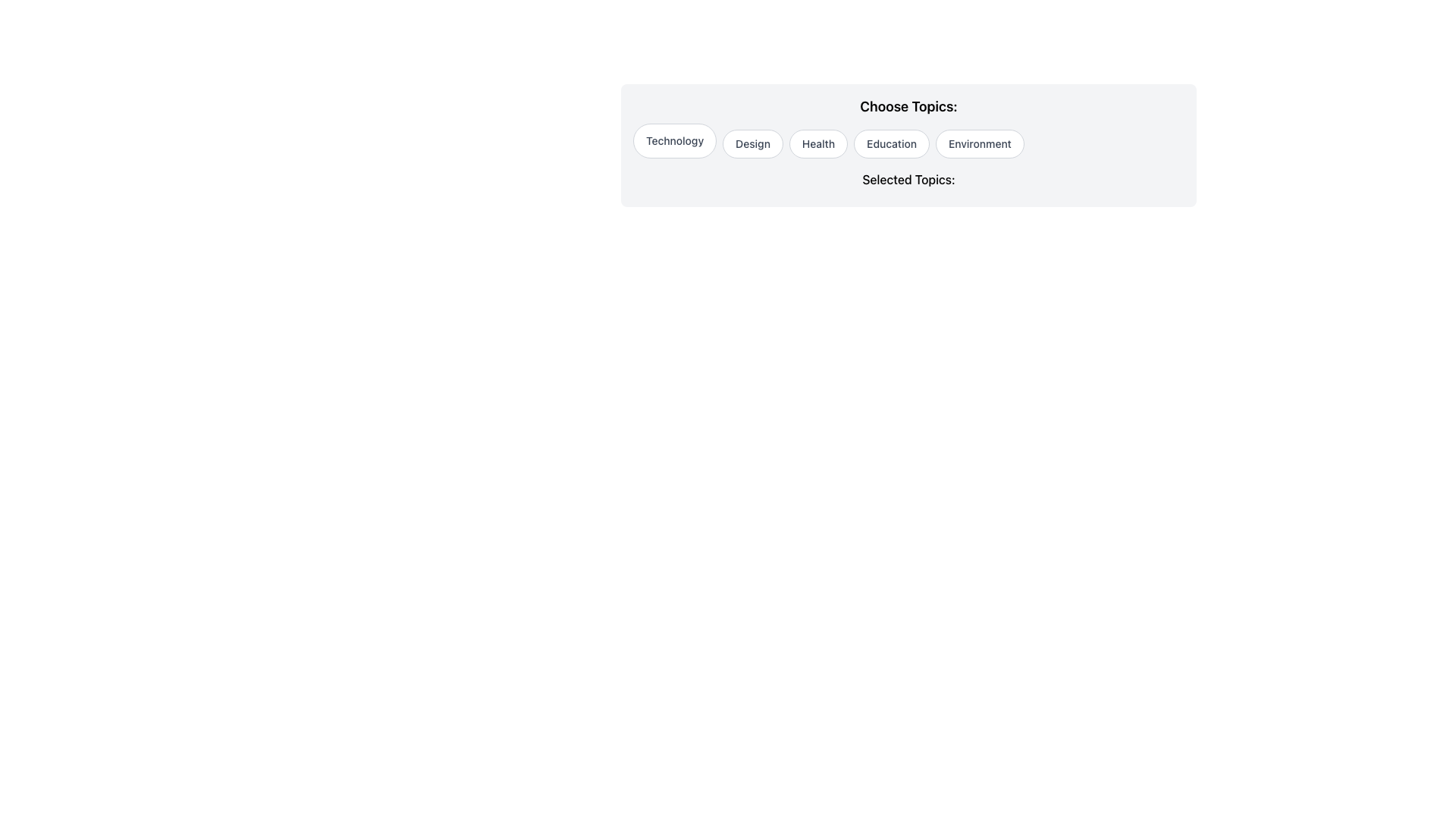  I want to click on the 'Health' pill-shaped button with a white background and gray text, located as the third button in the row under the 'Choose Topics' title, so click(817, 143).